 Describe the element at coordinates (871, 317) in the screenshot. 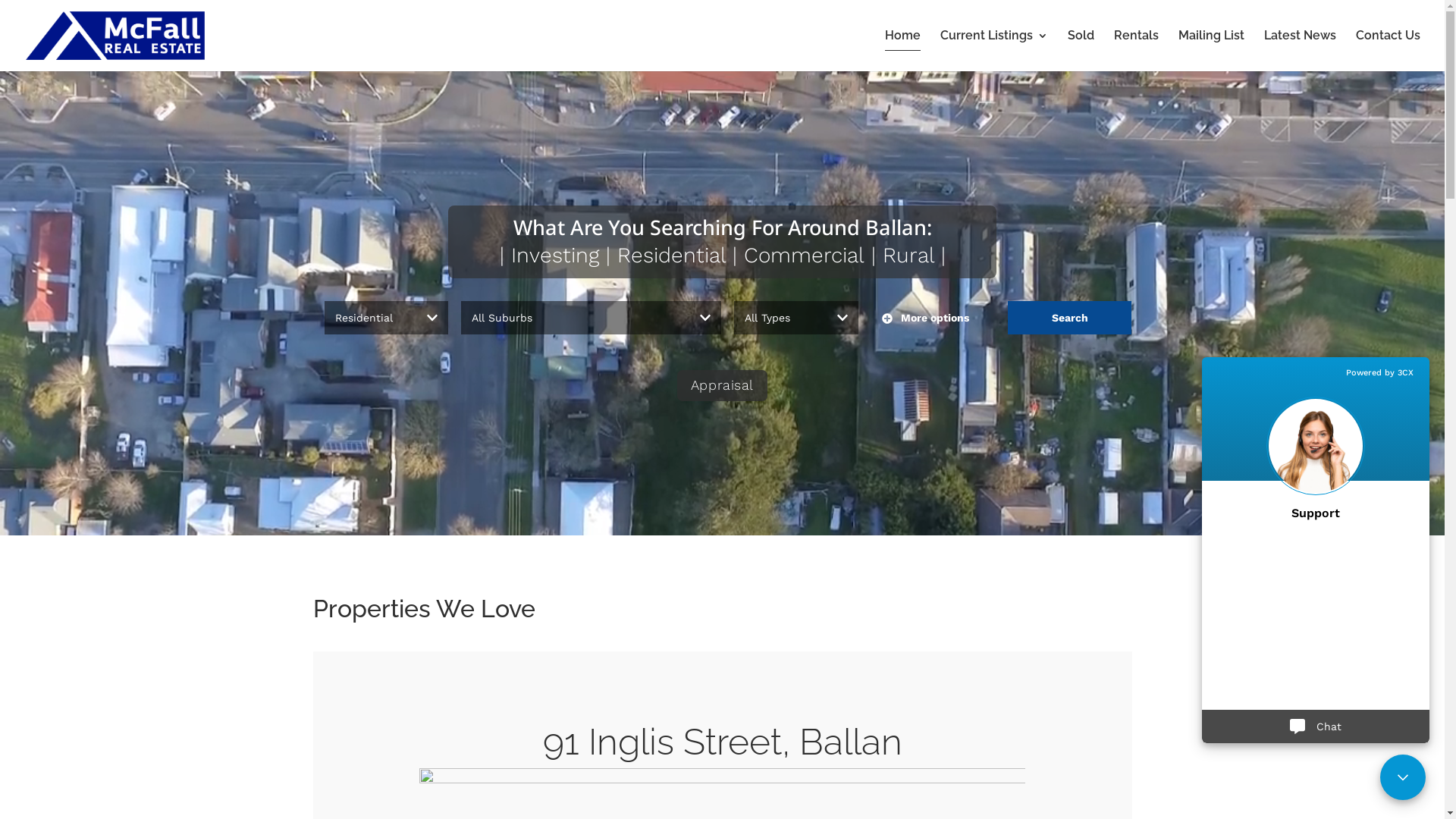

I see `'More options'` at that location.